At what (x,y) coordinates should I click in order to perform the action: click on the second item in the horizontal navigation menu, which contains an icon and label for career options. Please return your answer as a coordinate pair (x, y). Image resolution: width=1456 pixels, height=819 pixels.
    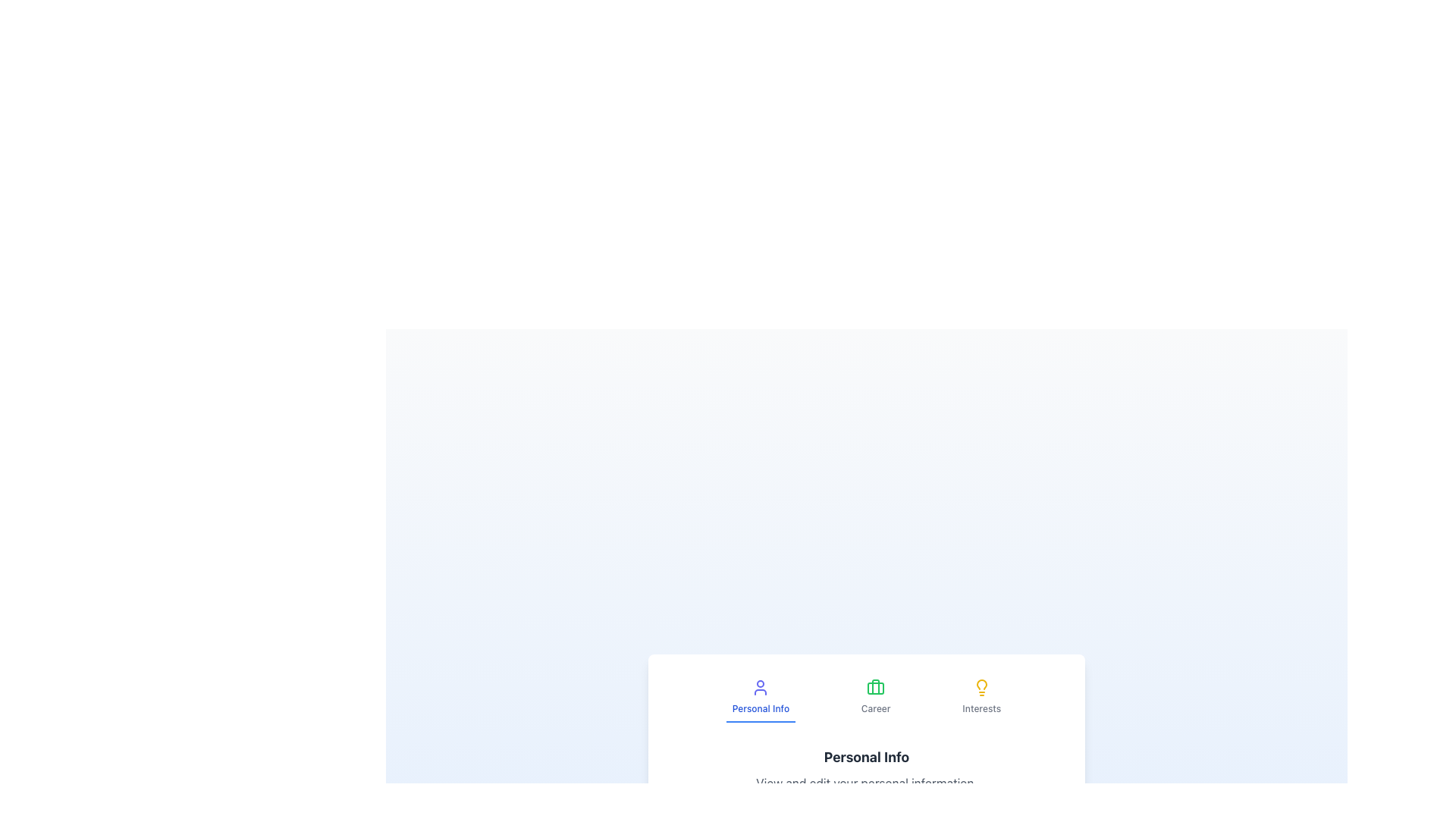
    Looking at the image, I should click on (876, 698).